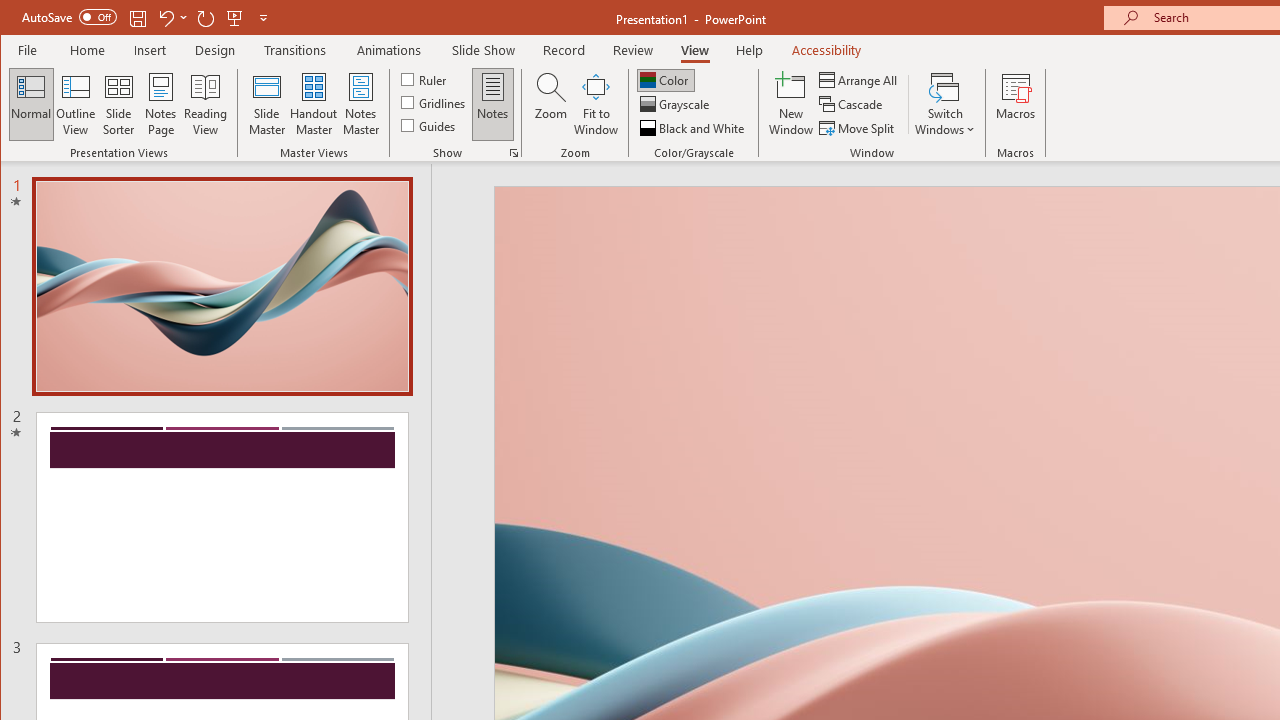  I want to click on 'Notes', so click(493, 104).